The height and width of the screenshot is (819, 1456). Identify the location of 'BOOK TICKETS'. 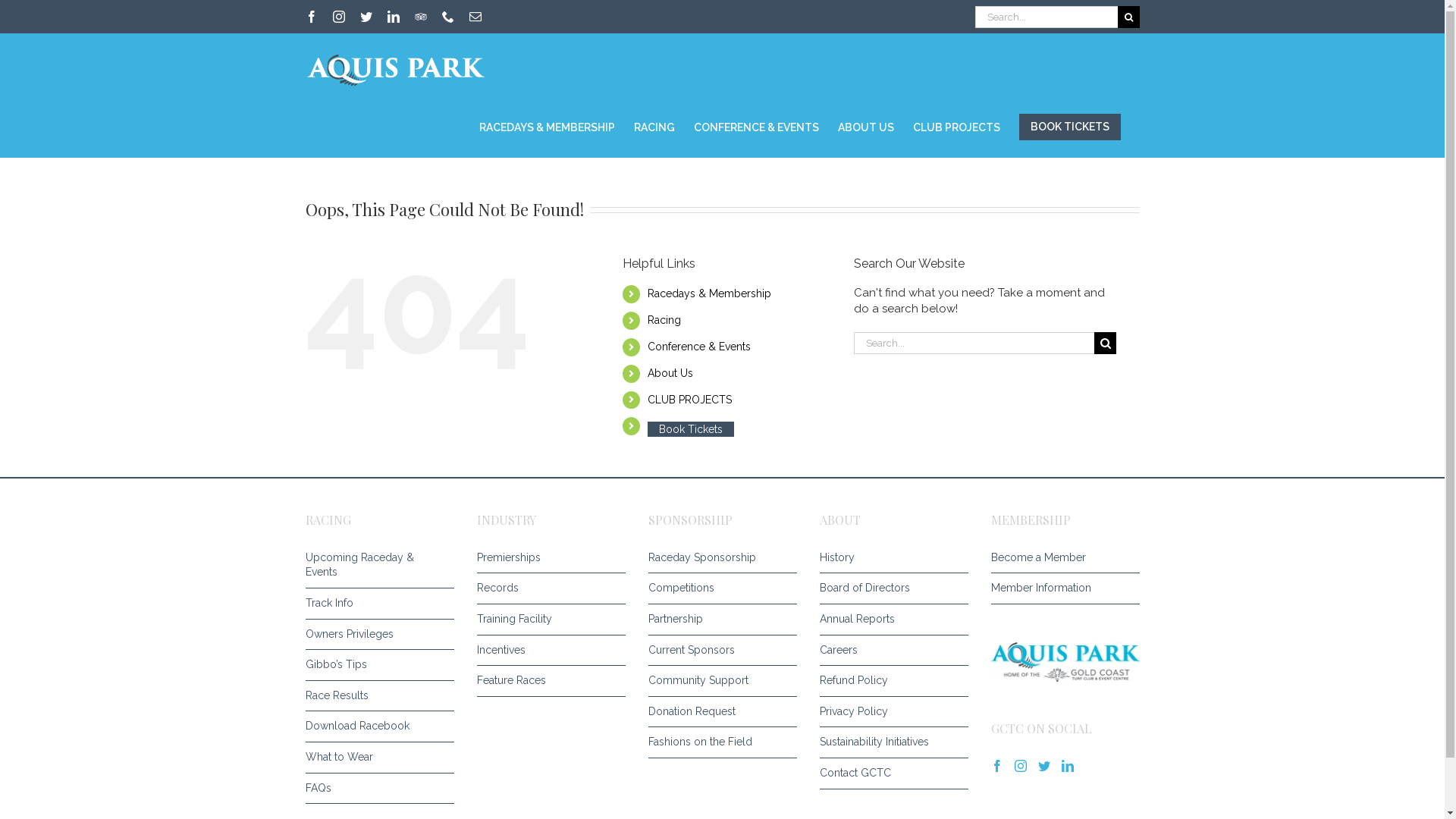
(1069, 126).